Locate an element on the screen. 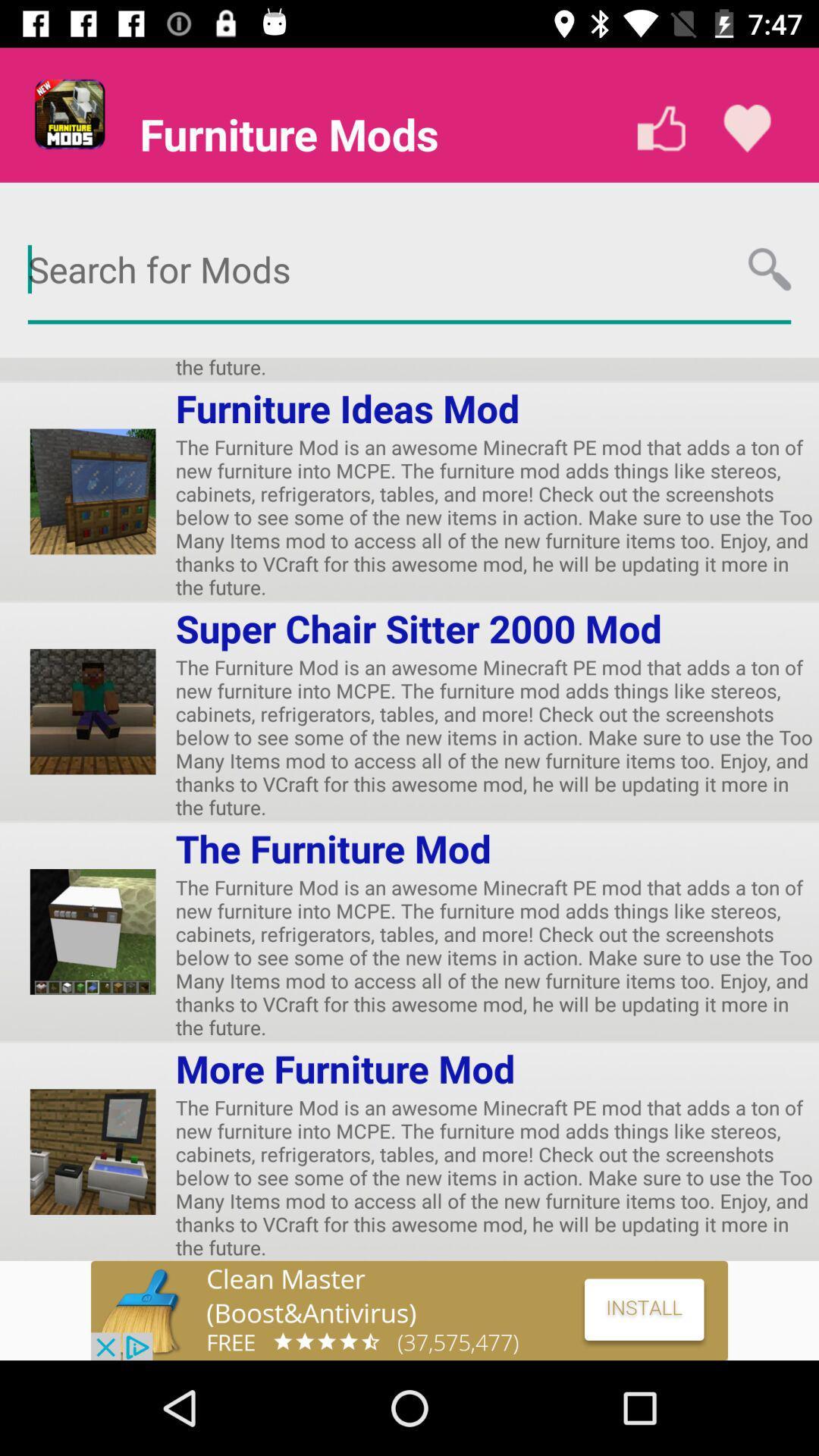  the favorite icon is located at coordinates (746, 128).